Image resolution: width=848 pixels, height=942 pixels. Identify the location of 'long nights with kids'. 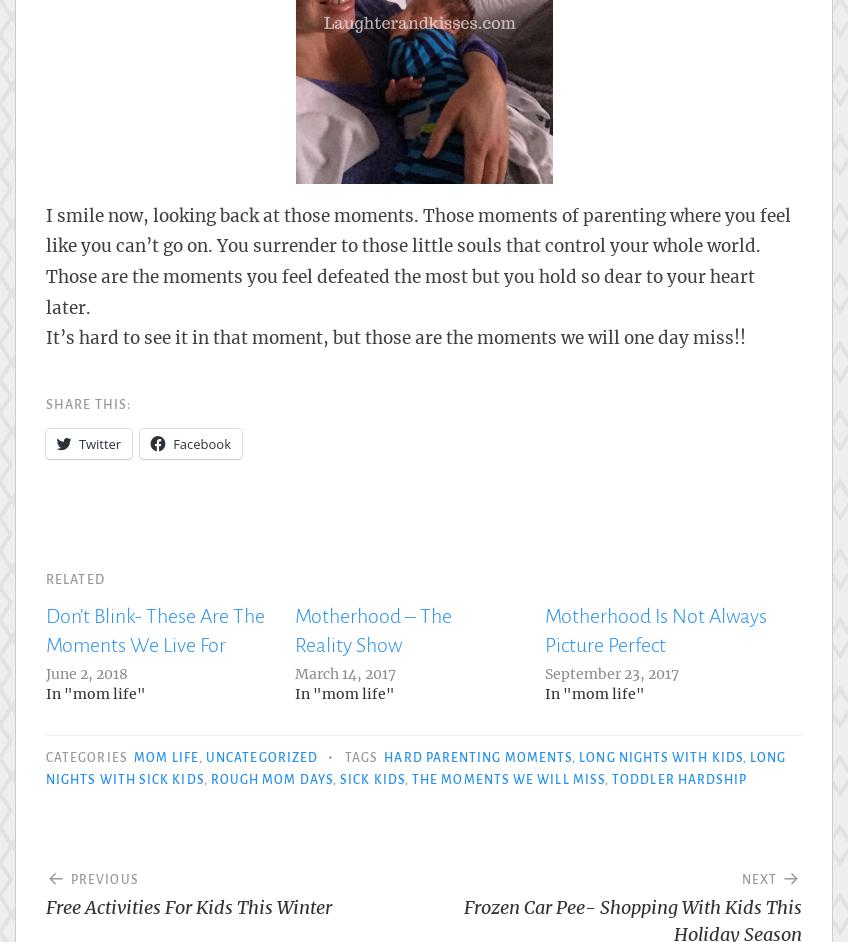
(578, 756).